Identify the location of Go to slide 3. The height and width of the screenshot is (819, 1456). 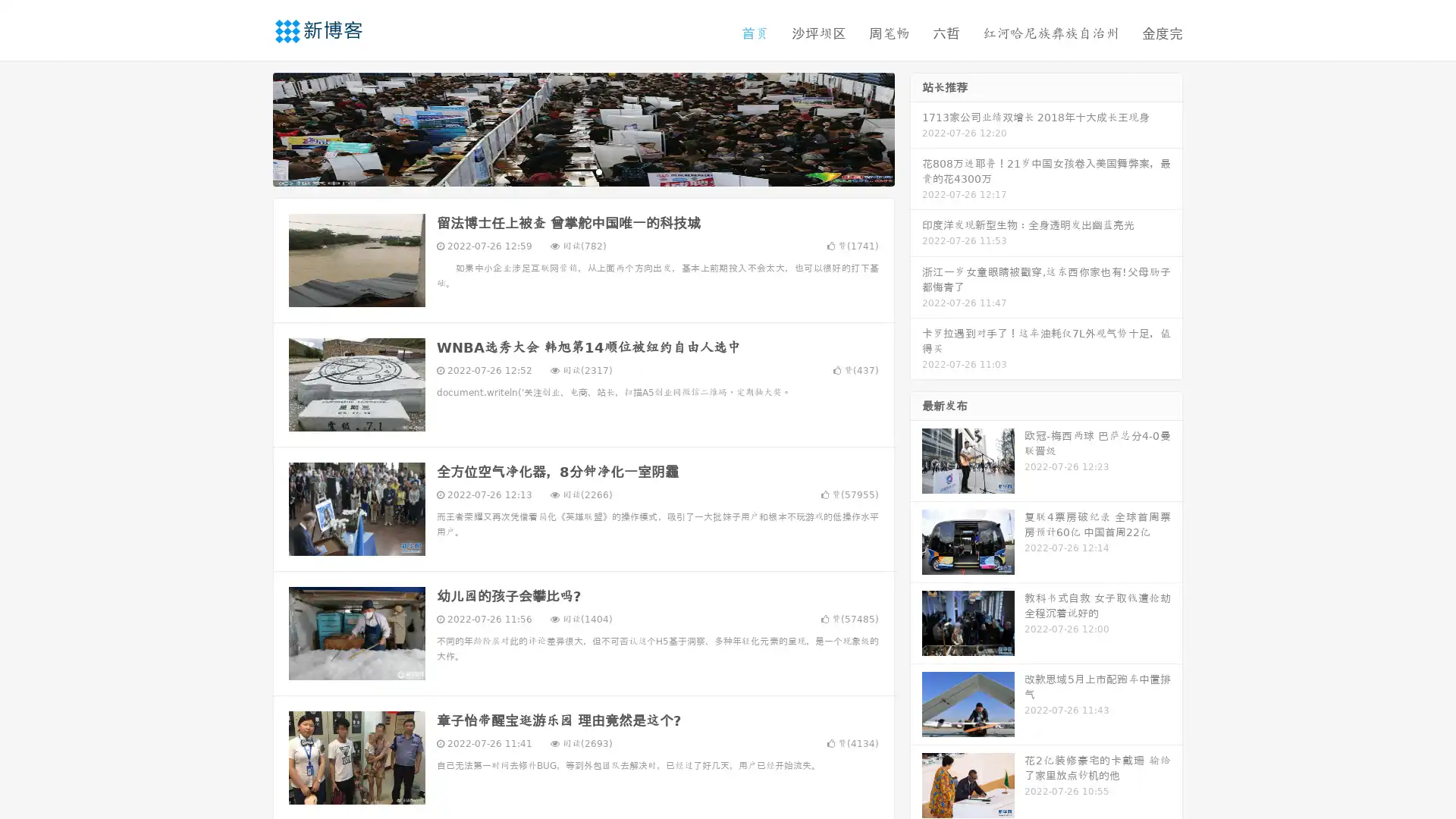
(598, 171).